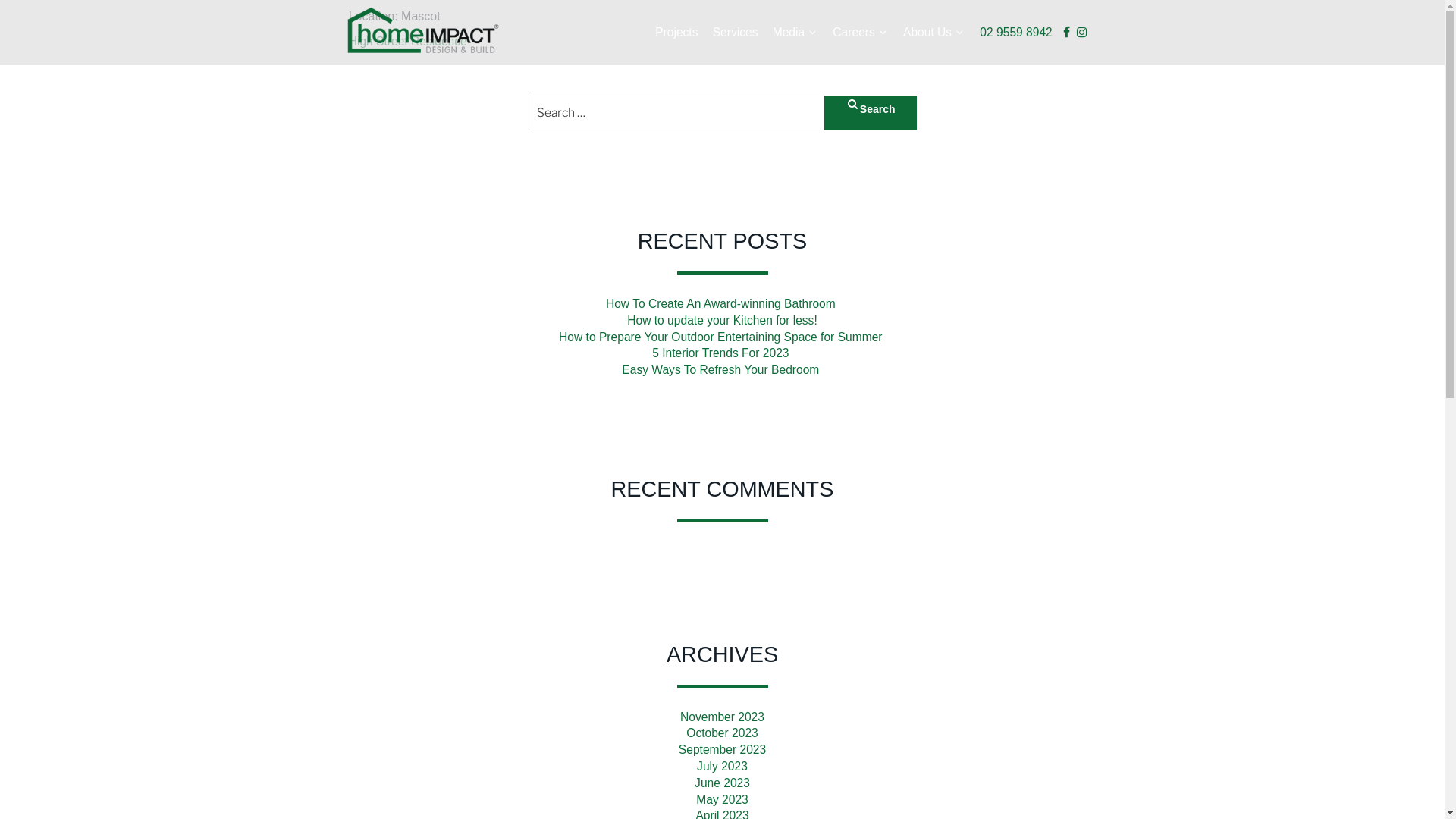  What do you see at coordinates (735, 32) in the screenshot?
I see `'Services'` at bounding box center [735, 32].